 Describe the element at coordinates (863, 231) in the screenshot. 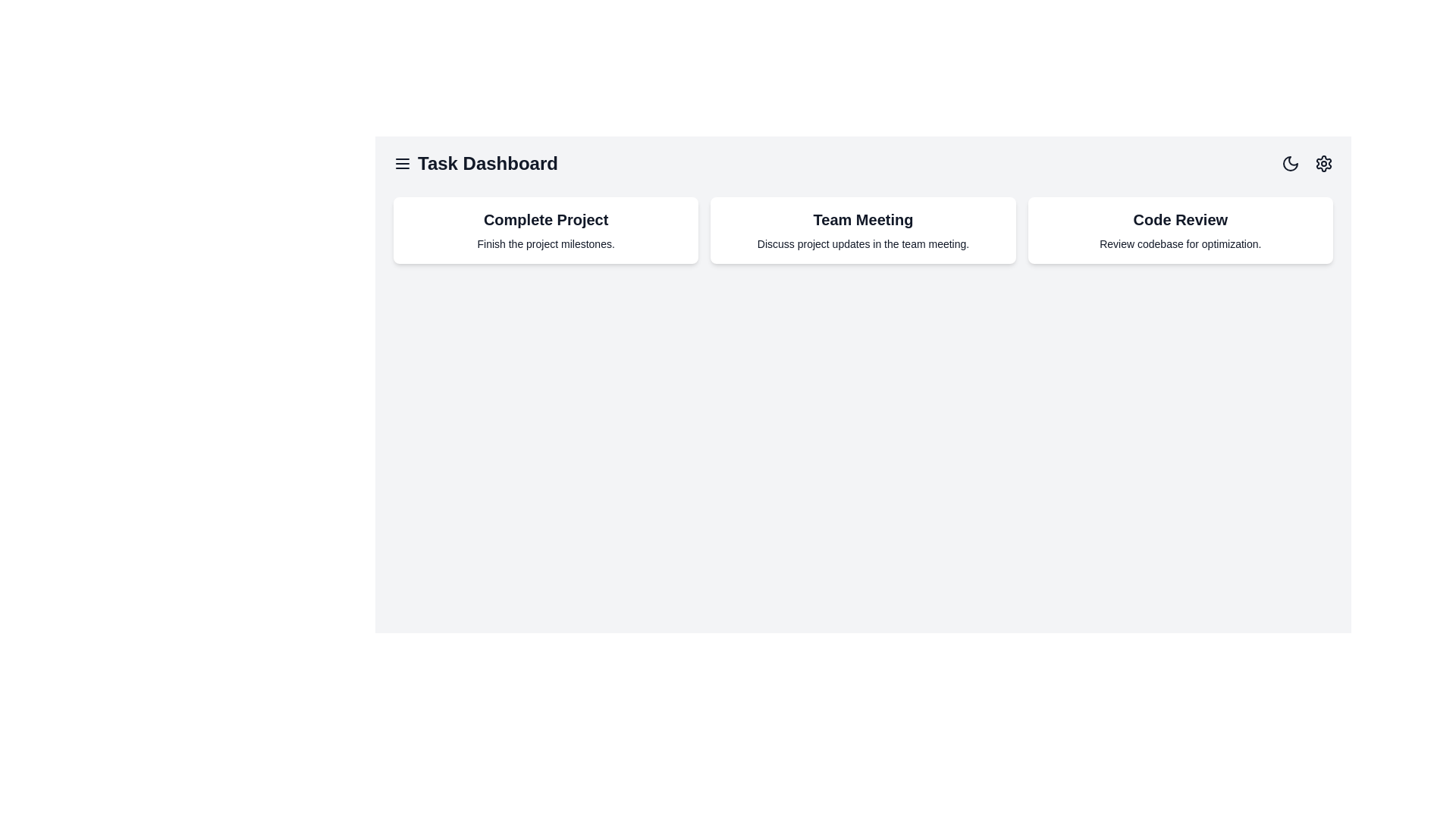

I see `the second Informational Card in the Task Dashboard` at that location.